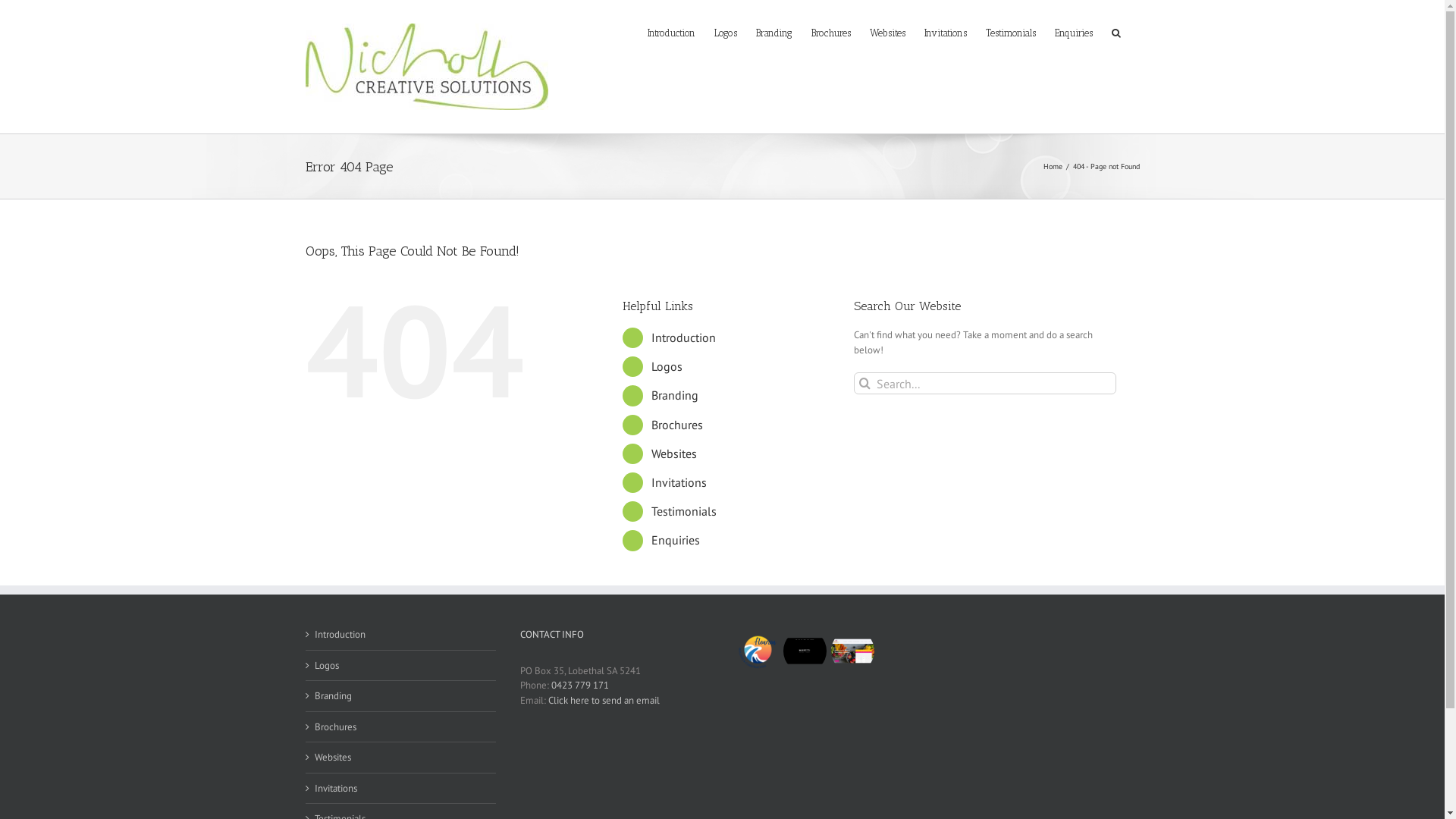  I want to click on 'Mureti Boutique', so click(783, 650).